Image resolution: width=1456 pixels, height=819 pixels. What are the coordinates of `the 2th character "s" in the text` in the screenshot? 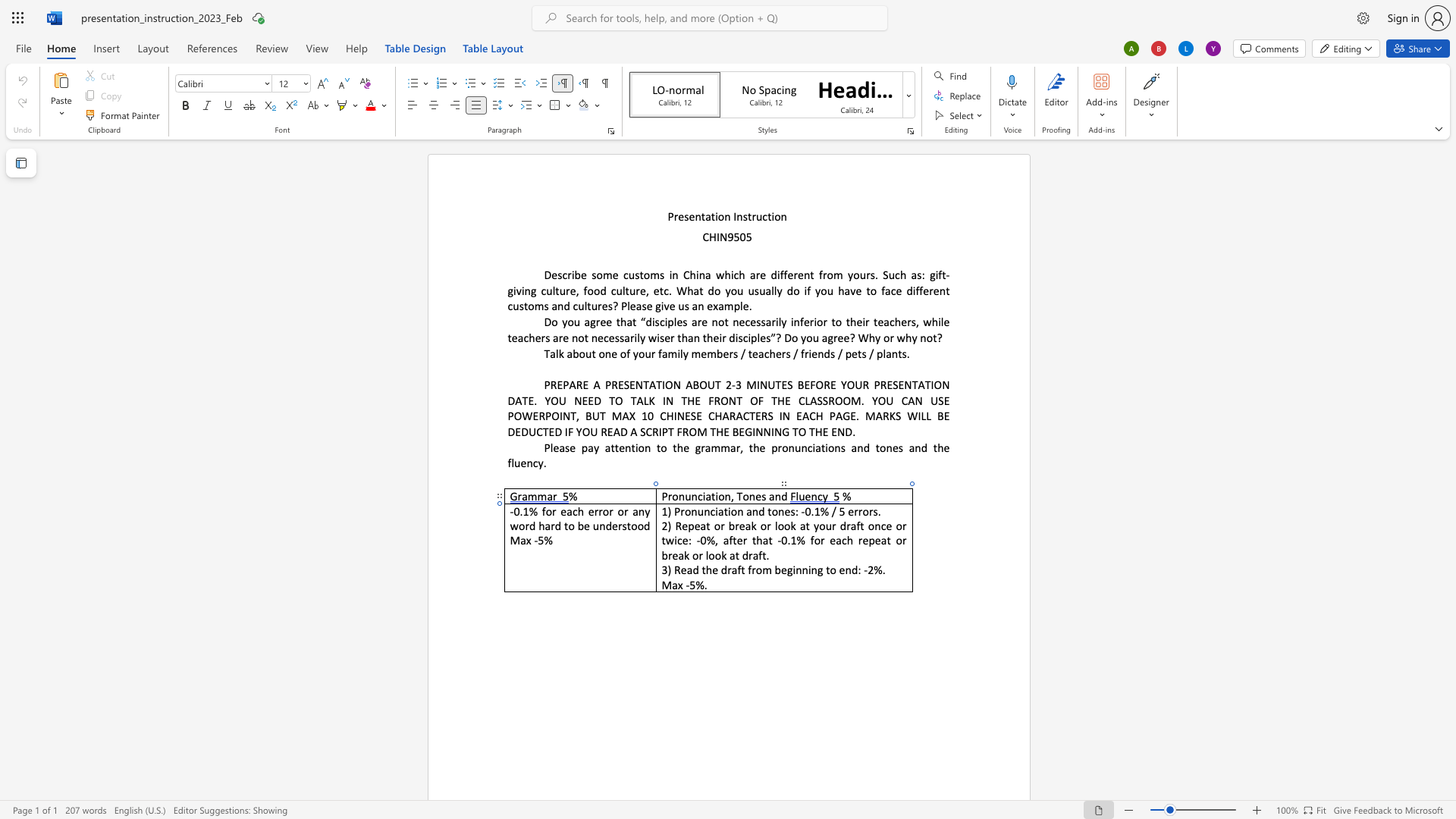 It's located at (875, 511).